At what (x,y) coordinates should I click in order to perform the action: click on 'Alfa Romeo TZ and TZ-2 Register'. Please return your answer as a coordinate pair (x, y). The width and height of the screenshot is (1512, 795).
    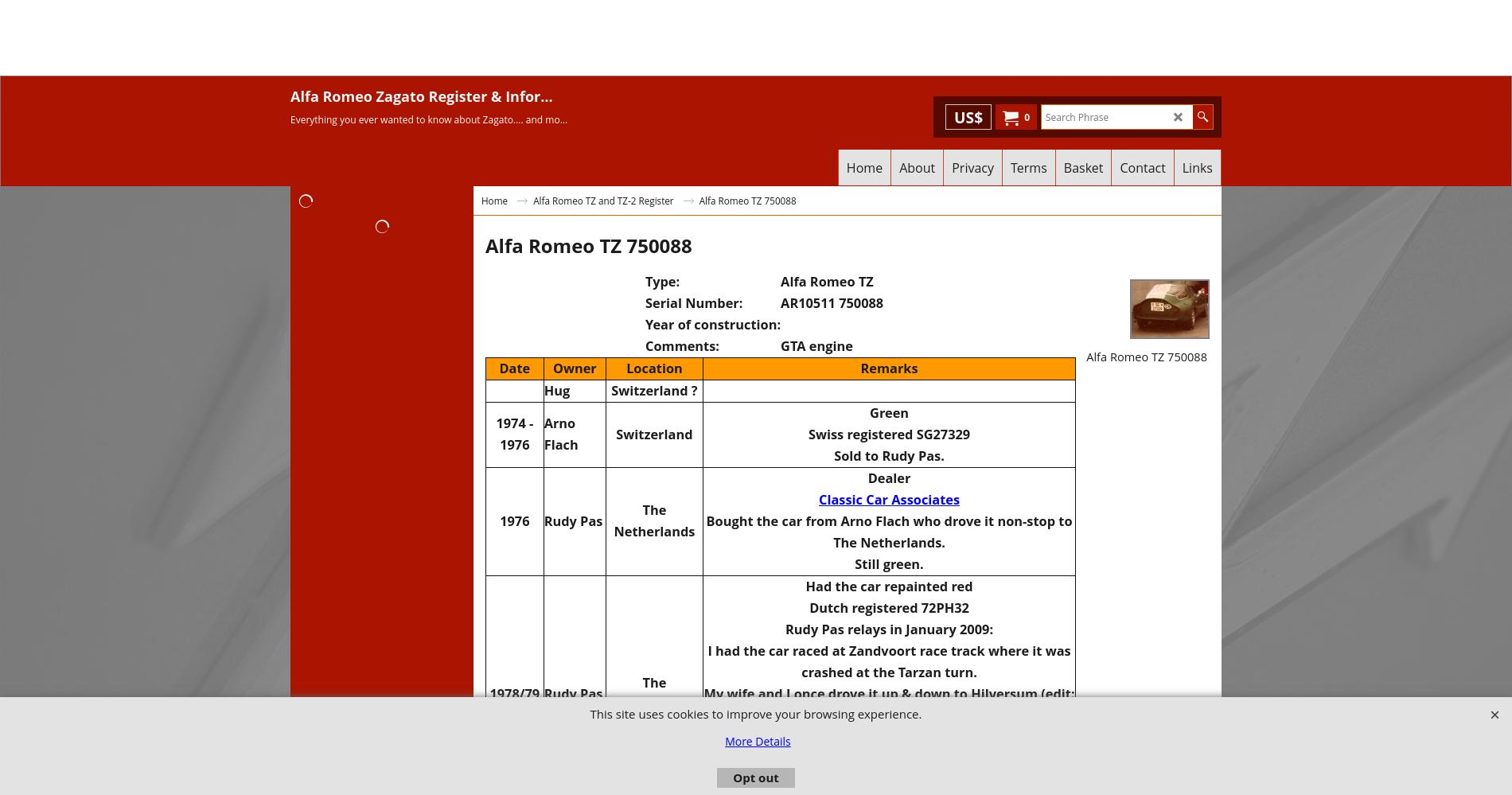
    Looking at the image, I should click on (602, 201).